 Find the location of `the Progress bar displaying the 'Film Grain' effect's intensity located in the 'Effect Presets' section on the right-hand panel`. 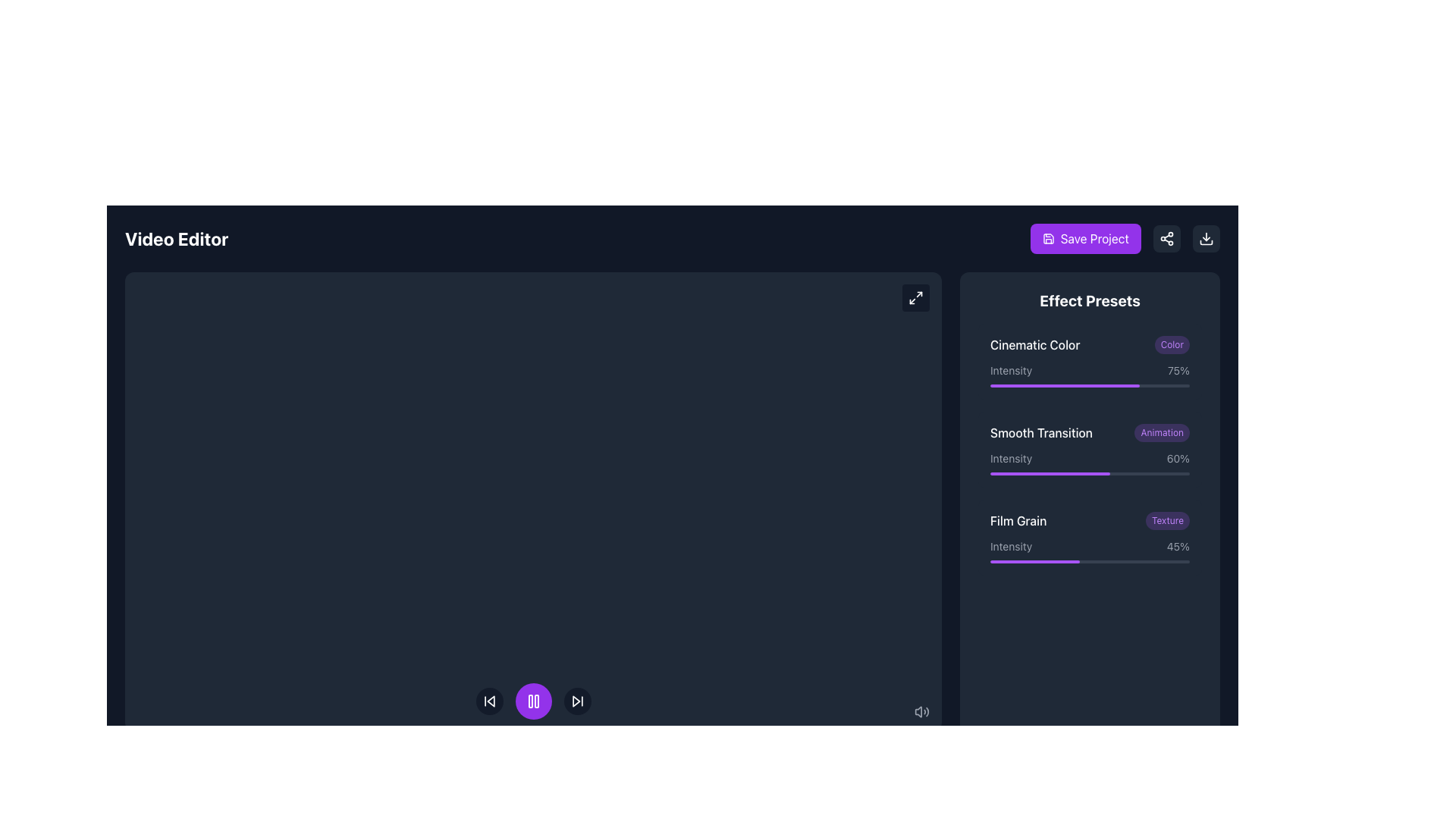

the Progress bar displaying the 'Film Grain' effect's intensity located in the 'Effect Presets' section on the right-hand panel is located at coordinates (1089, 551).